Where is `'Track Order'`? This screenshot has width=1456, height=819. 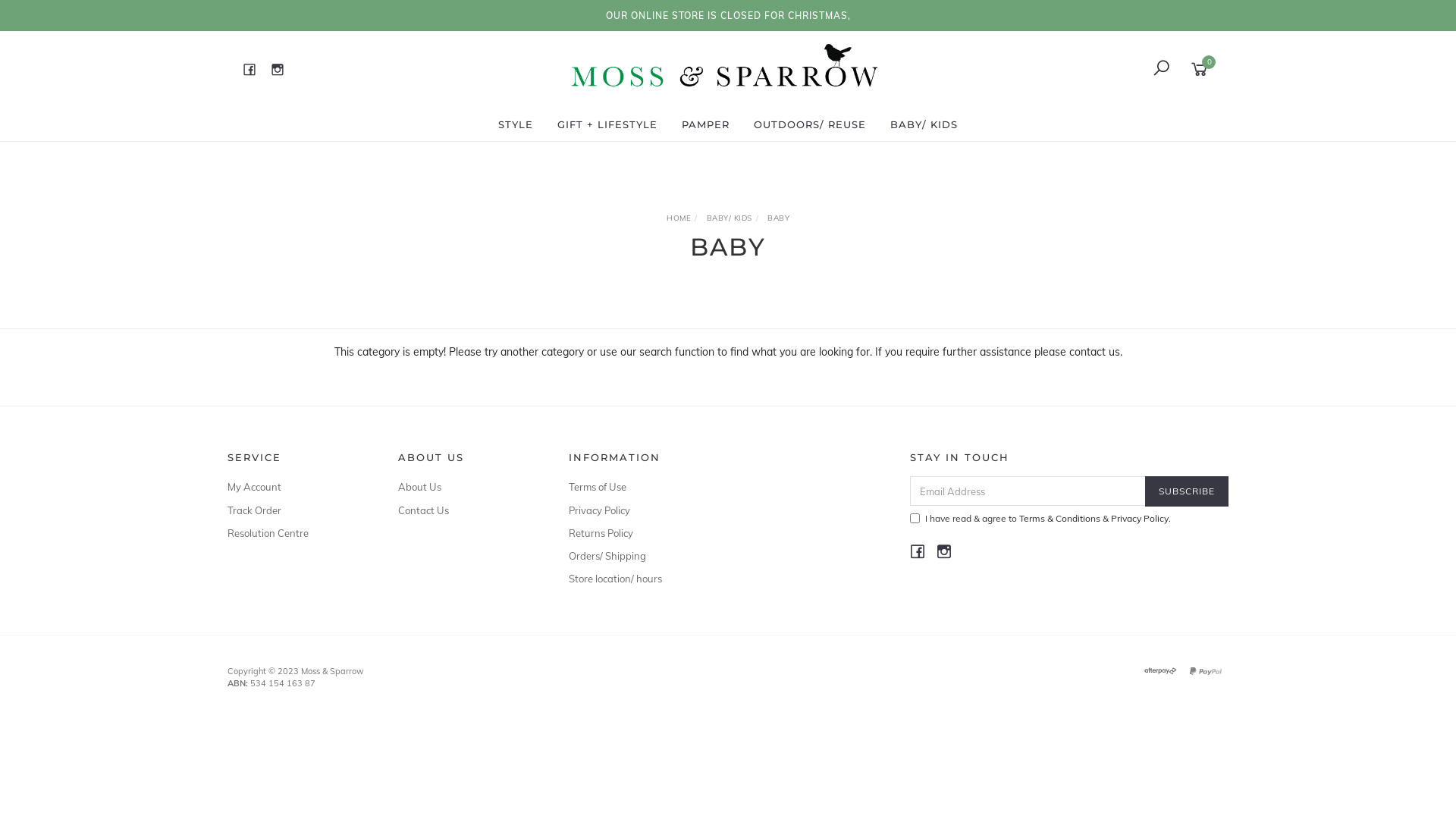 'Track Order' is located at coordinates (295, 510).